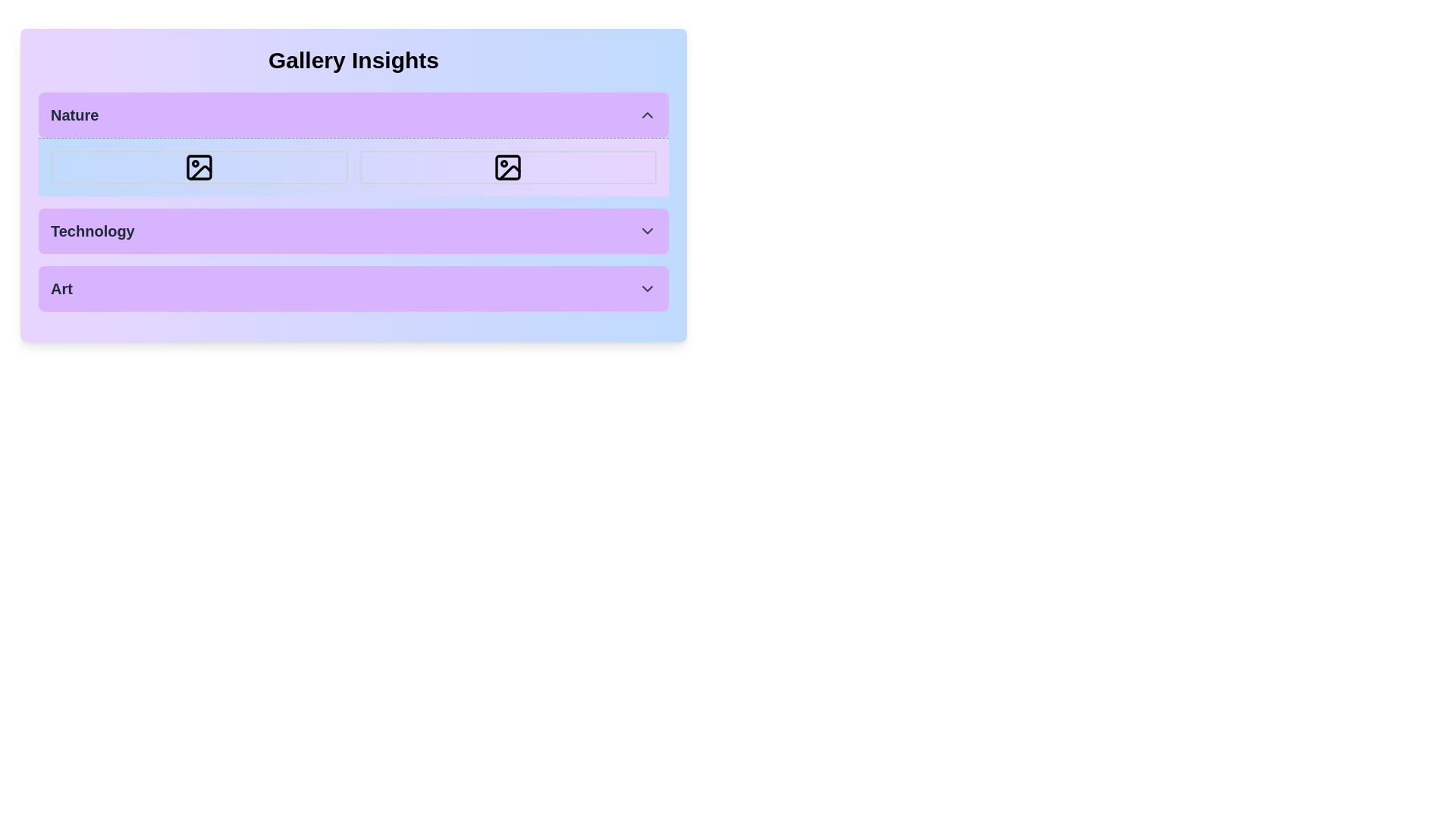 The image size is (1456, 819). Describe the element at coordinates (648, 289) in the screenshot. I see `the chevron icon button located at the rightmost side of the row containing the text 'Art', which is styled as a purple, rounded rectangle` at that location.